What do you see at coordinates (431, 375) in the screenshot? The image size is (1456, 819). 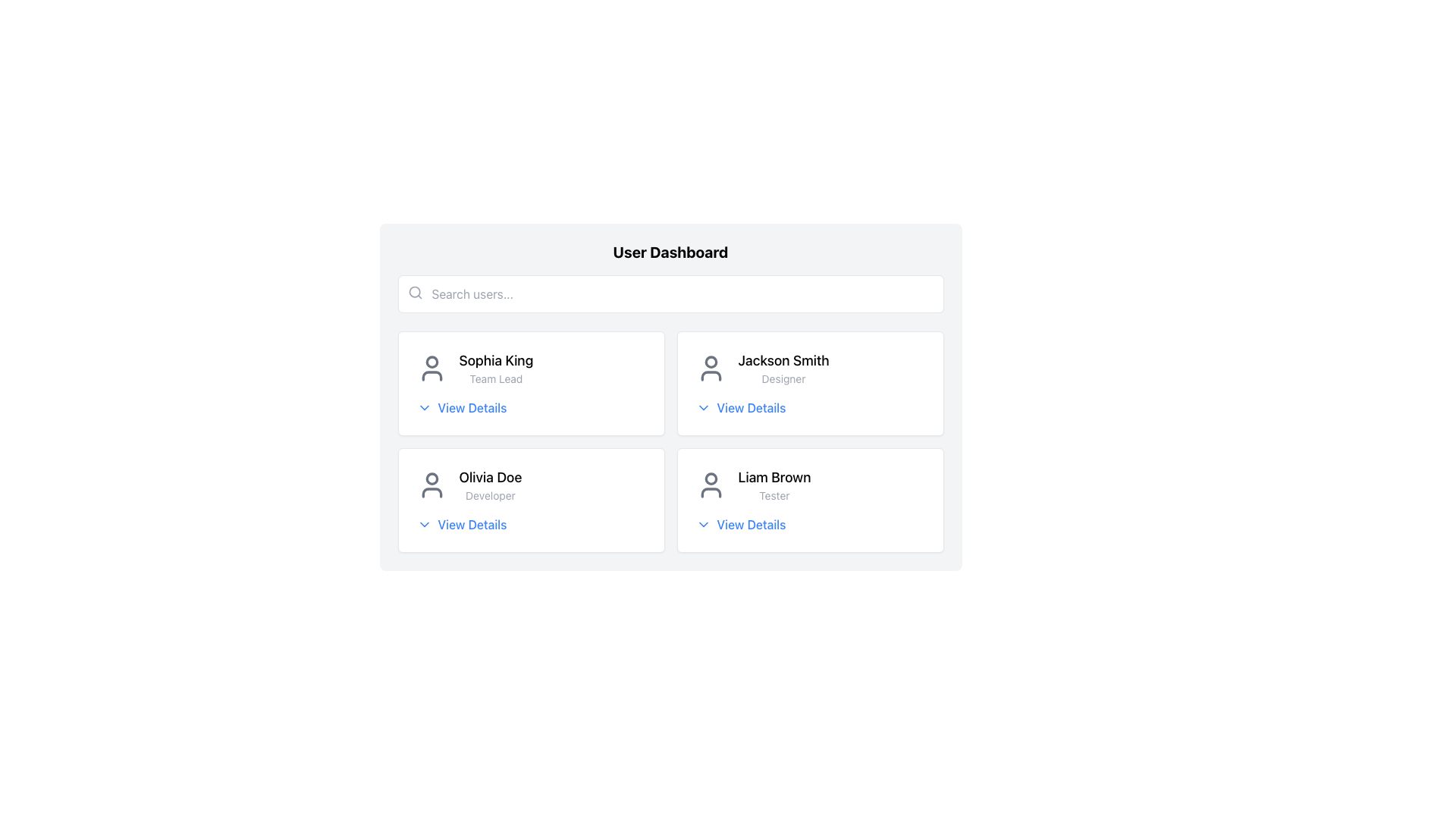 I see `the lower half of the user silhouette icon located in the leftmost user card of the dashboard` at bounding box center [431, 375].